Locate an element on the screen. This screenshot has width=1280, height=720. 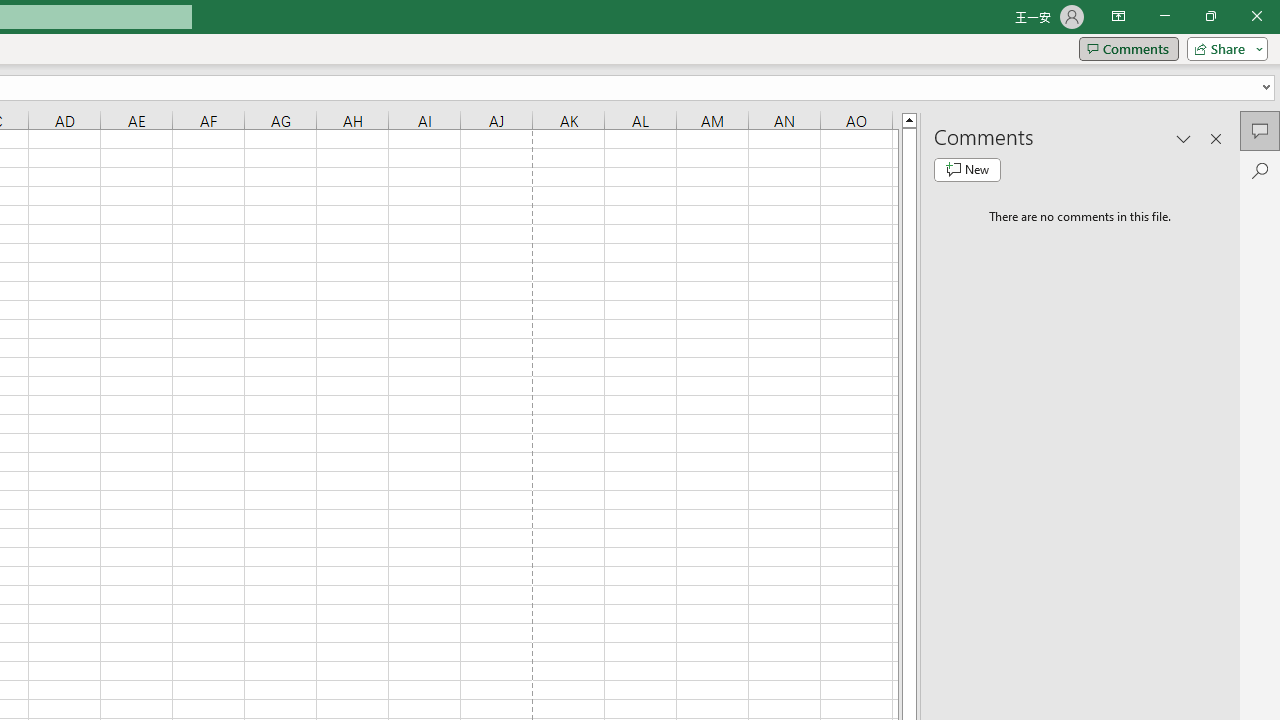
'Comments' is located at coordinates (1128, 47).